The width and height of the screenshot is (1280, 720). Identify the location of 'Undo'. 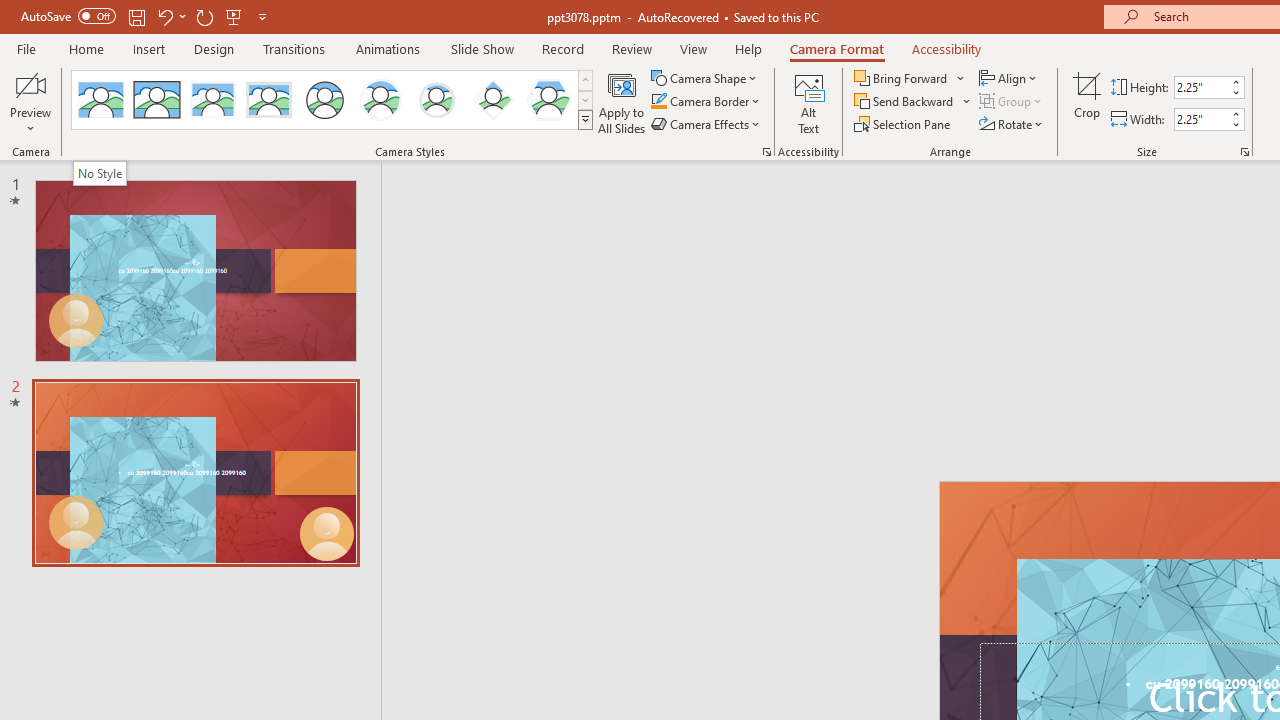
(164, 16).